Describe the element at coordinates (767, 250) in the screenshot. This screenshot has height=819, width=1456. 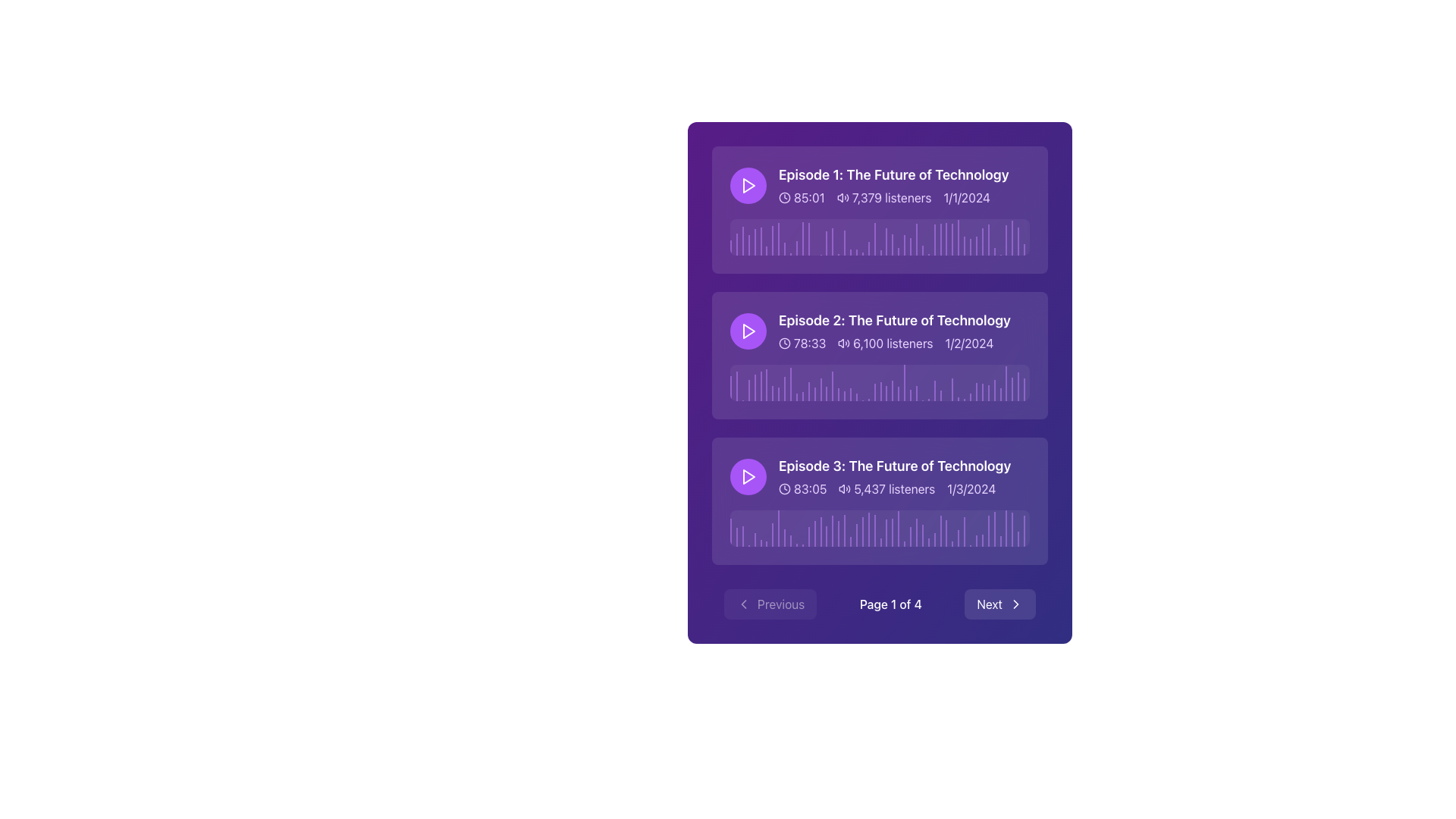
I see `the seventh decorative graphical element, which serves as a visual cue for a specific data point within the waveform` at that location.